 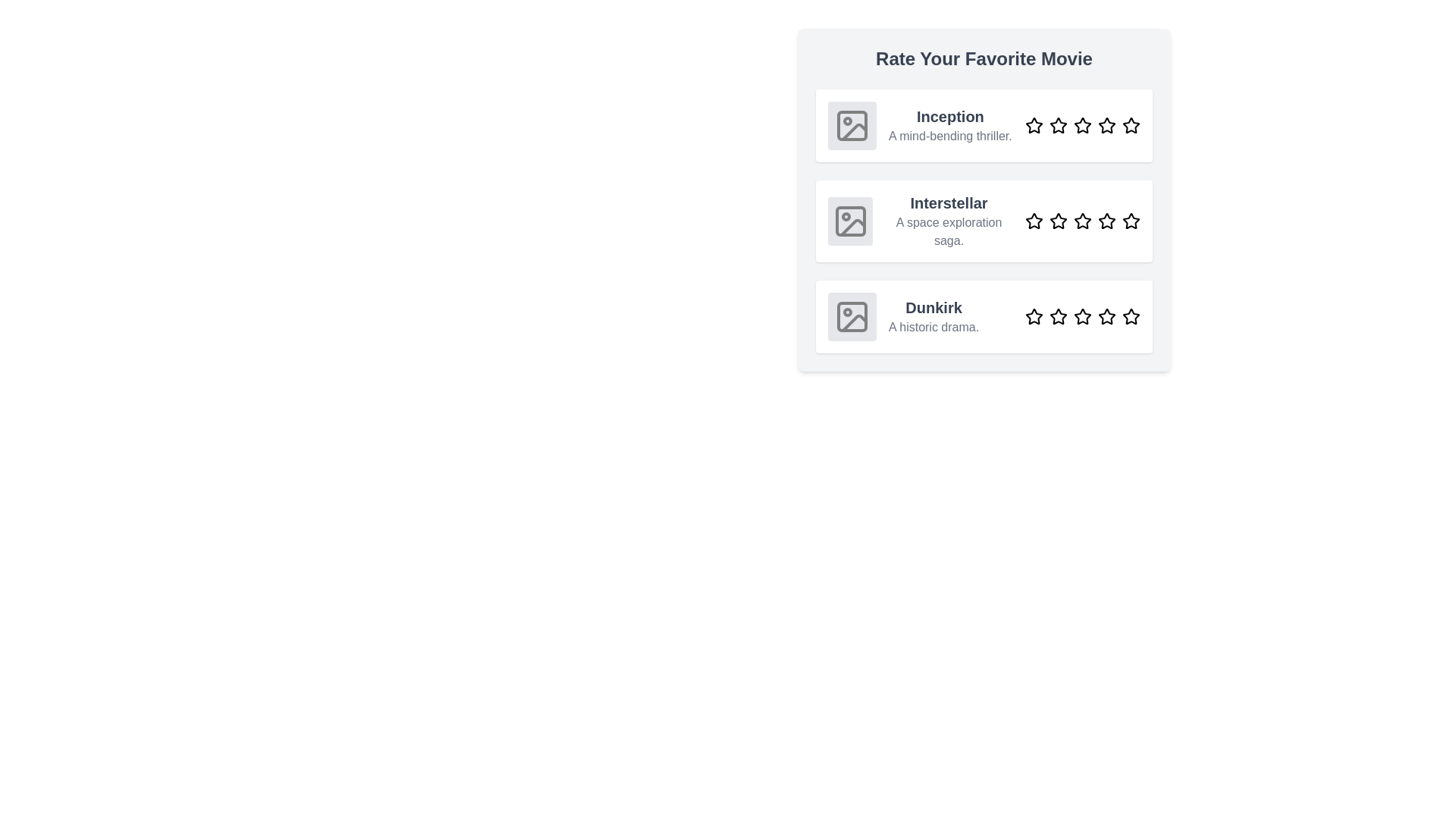 I want to click on the fifth star icon in the rating section of the movie 'Dunkirk' to assign the highest rating, so click(x=1131, y=315).